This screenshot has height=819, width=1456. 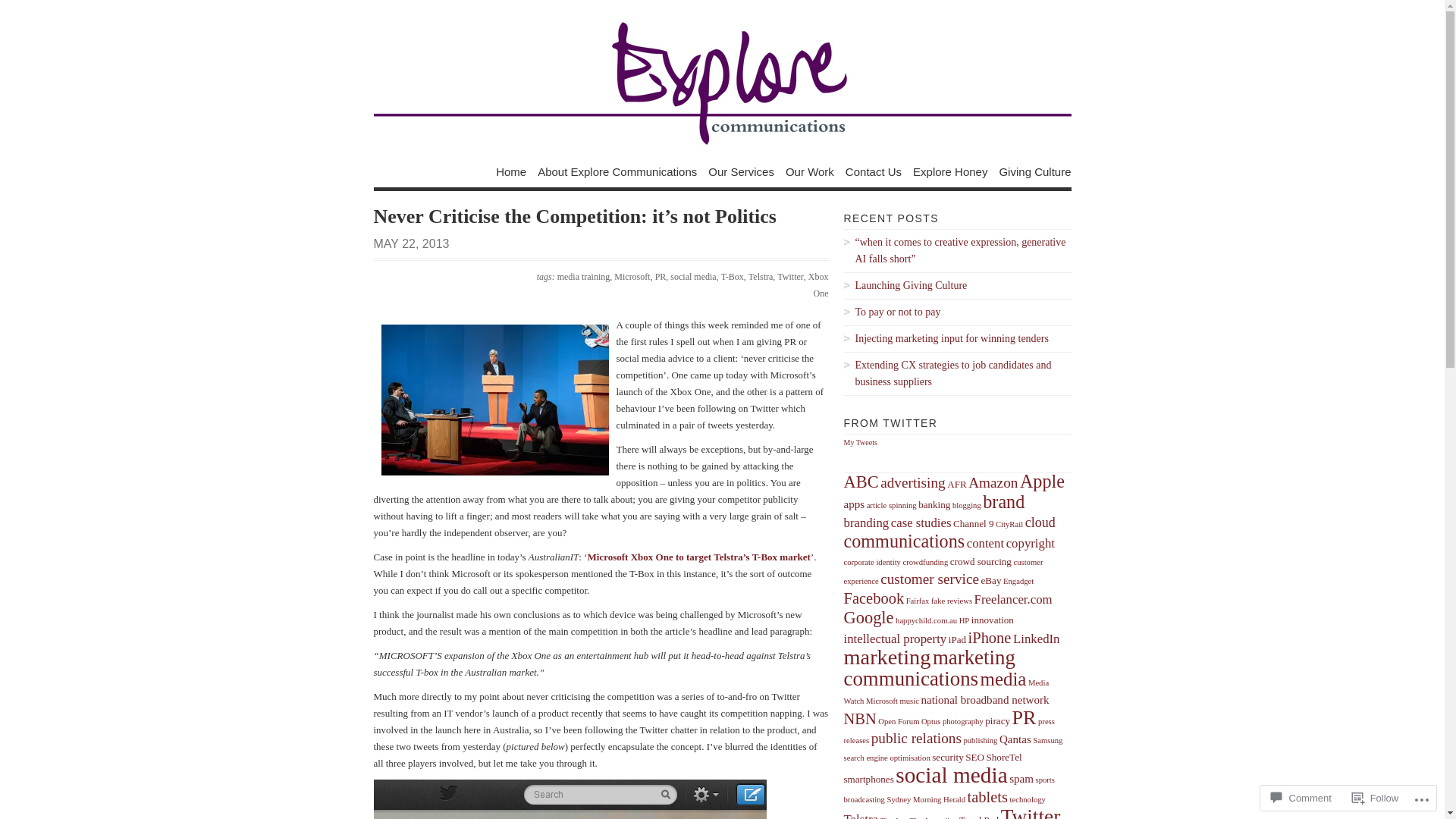 I want to click on 'T-Box', so click(x=732, y=277).